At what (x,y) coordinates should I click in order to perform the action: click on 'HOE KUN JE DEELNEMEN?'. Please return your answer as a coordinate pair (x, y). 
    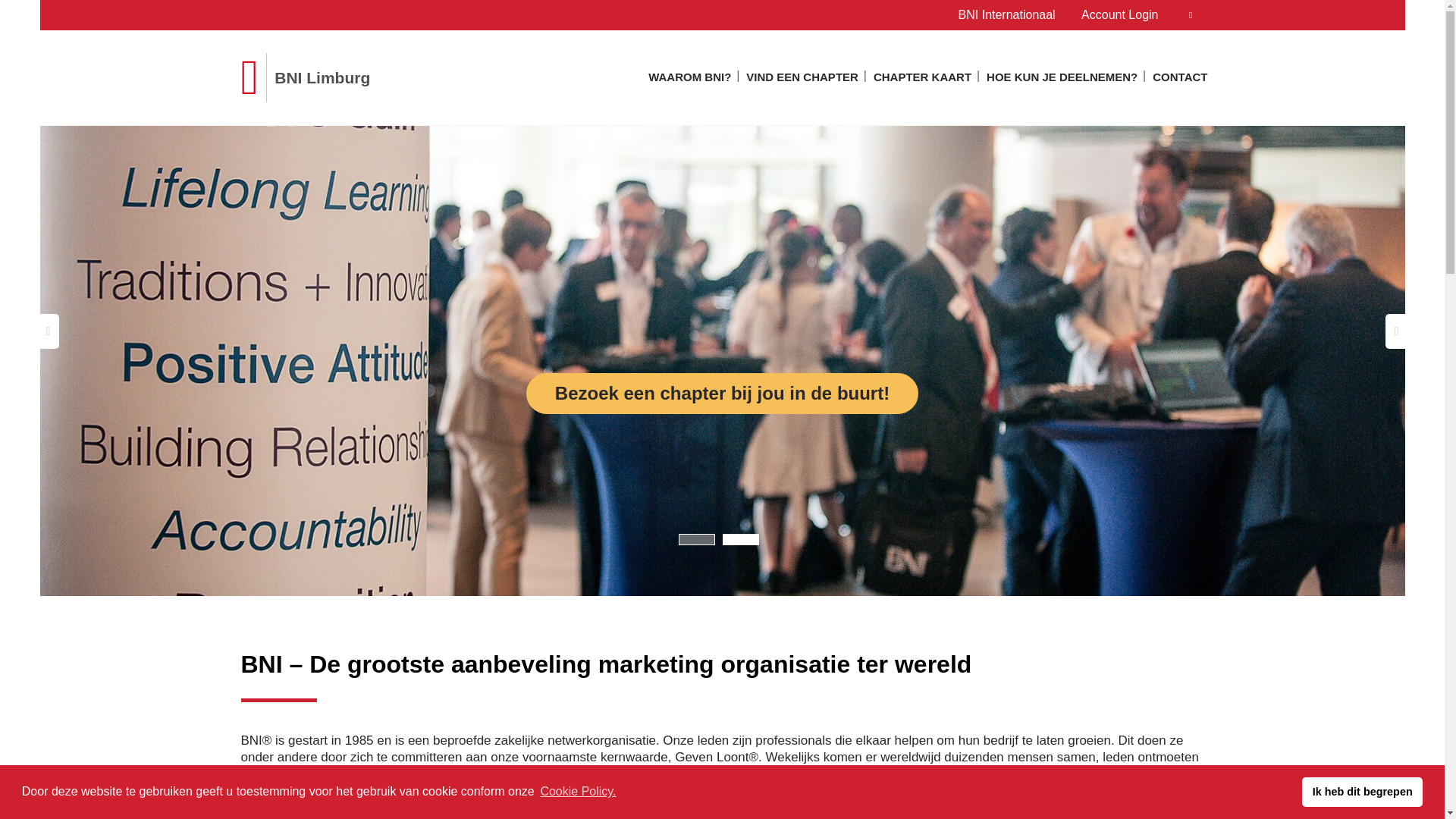
    Looking at the image, I should click on (1061, 81).